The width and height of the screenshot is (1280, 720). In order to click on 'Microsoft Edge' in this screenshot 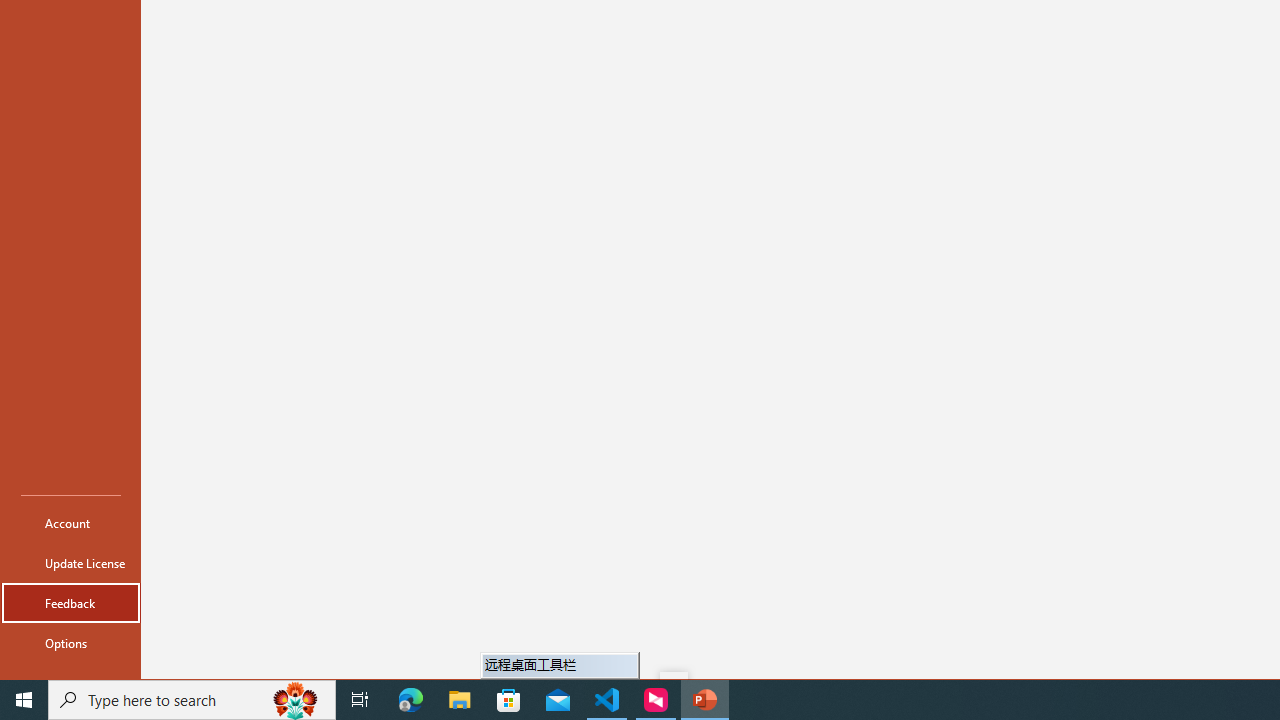, I will do `click(410, 698)`.